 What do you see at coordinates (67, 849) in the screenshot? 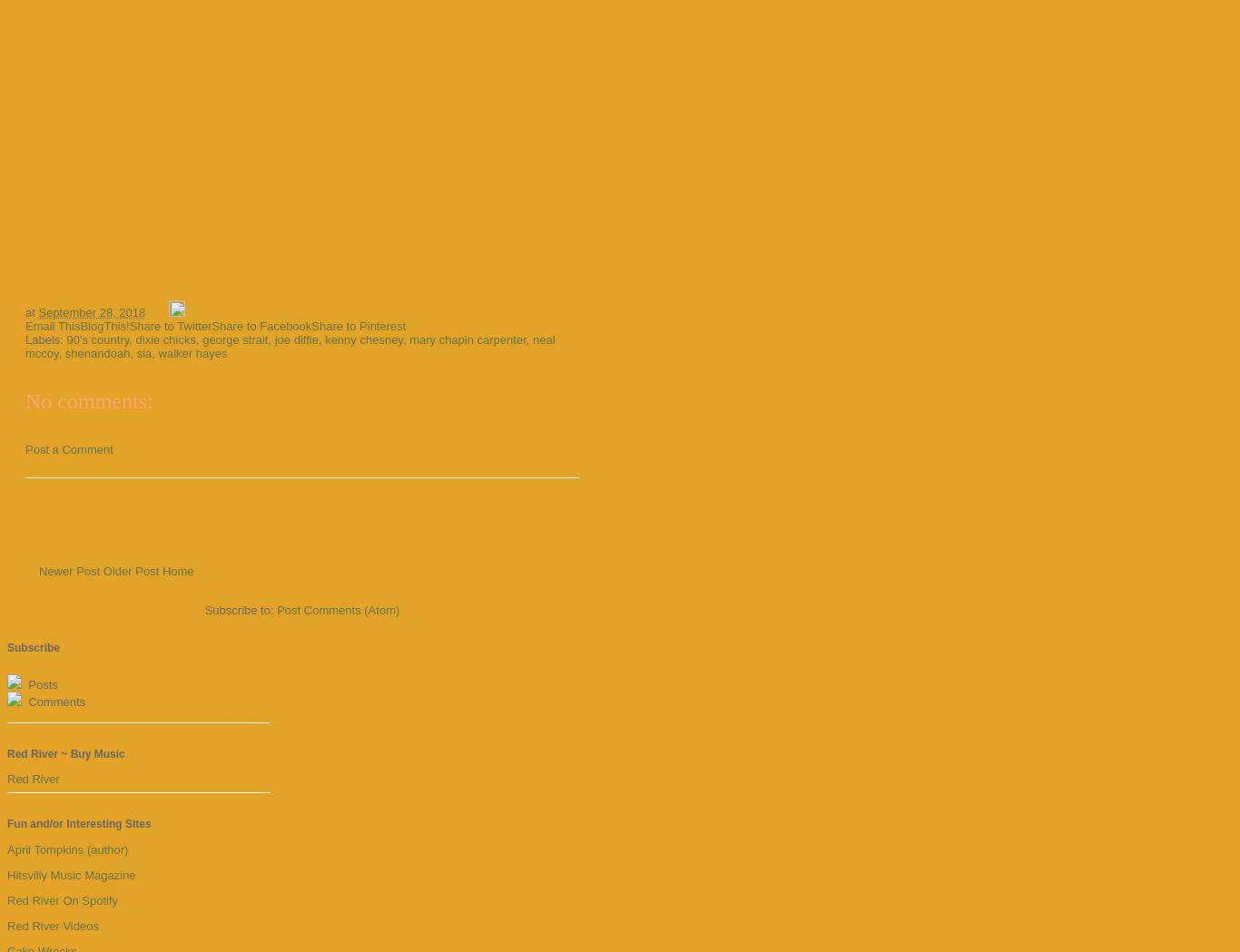
I see `'April Tompkins (author)'` at bounding box center [67, 849].